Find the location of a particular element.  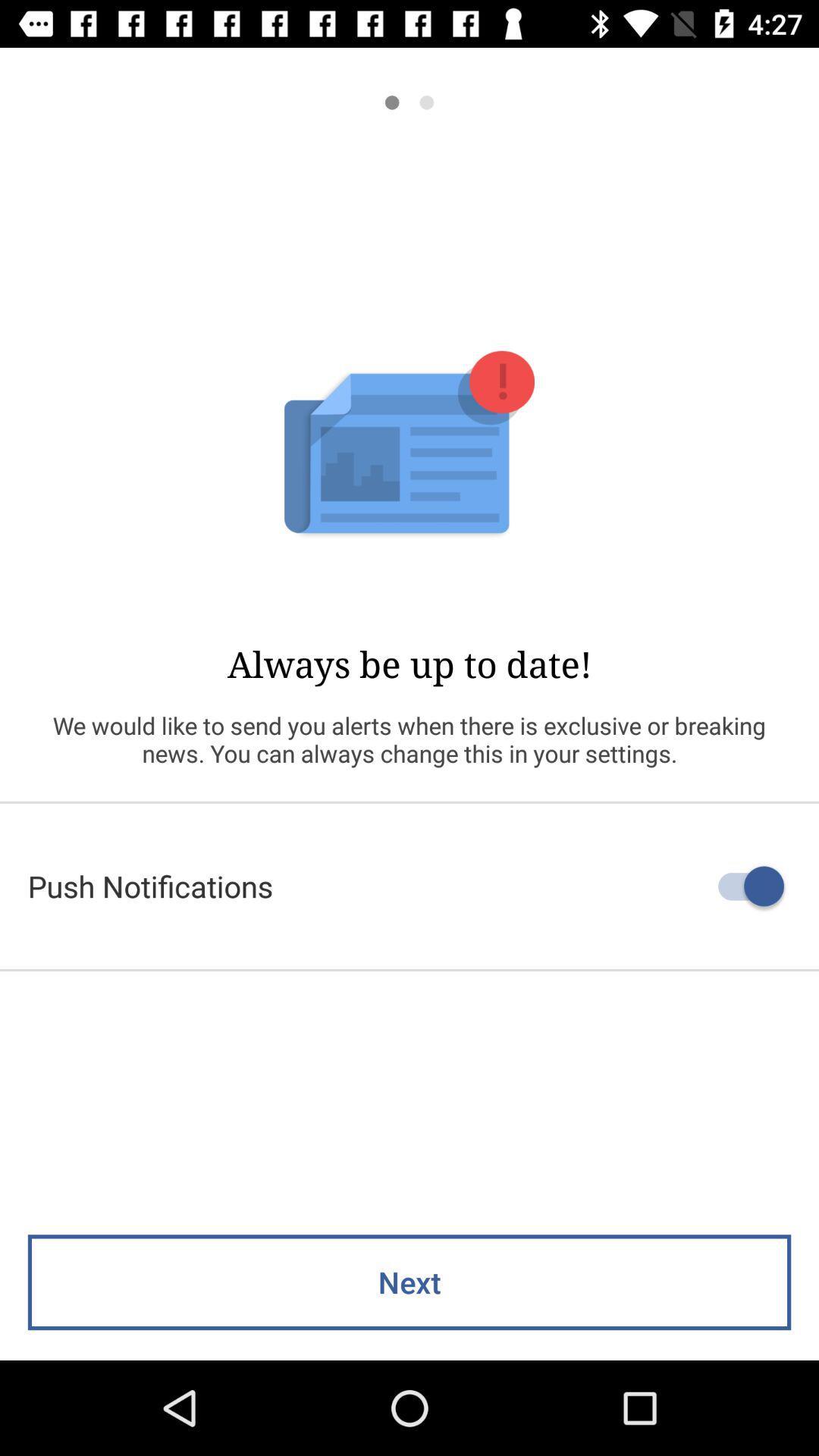

next icon is located at coordinates (409, 1282).